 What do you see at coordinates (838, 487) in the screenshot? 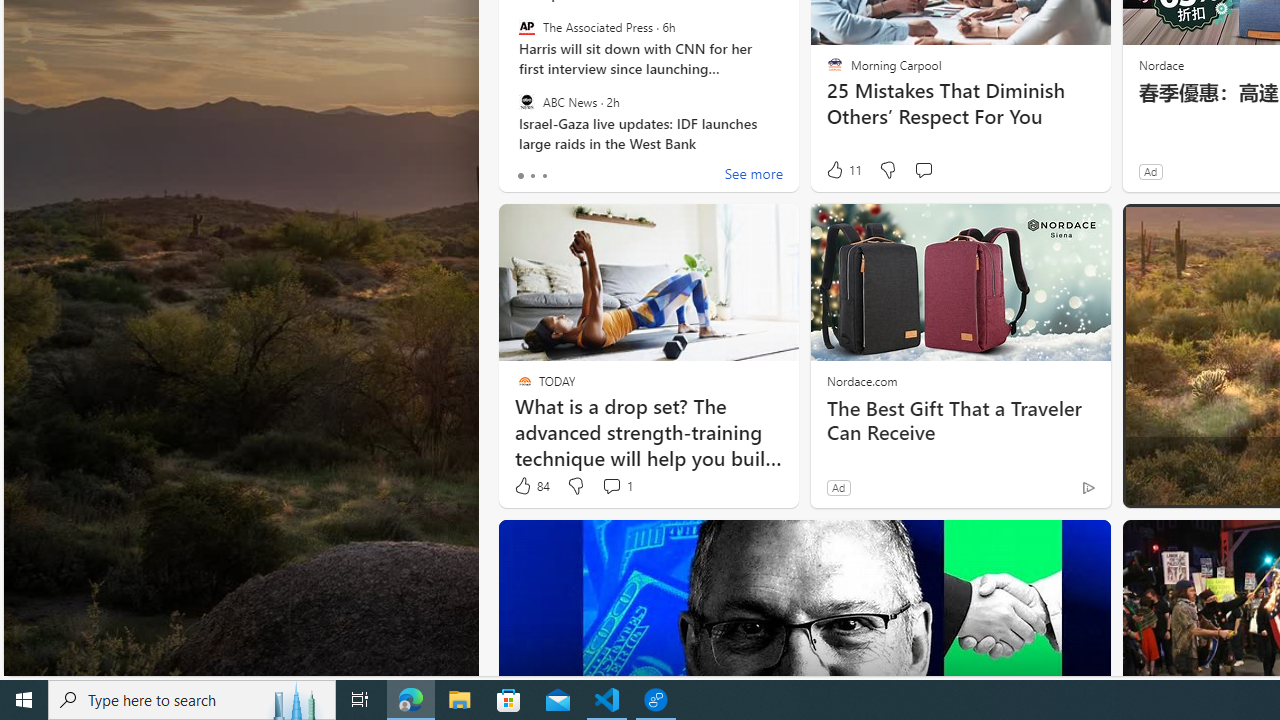
I see `'Ad'` at bounding box center [838, 487].